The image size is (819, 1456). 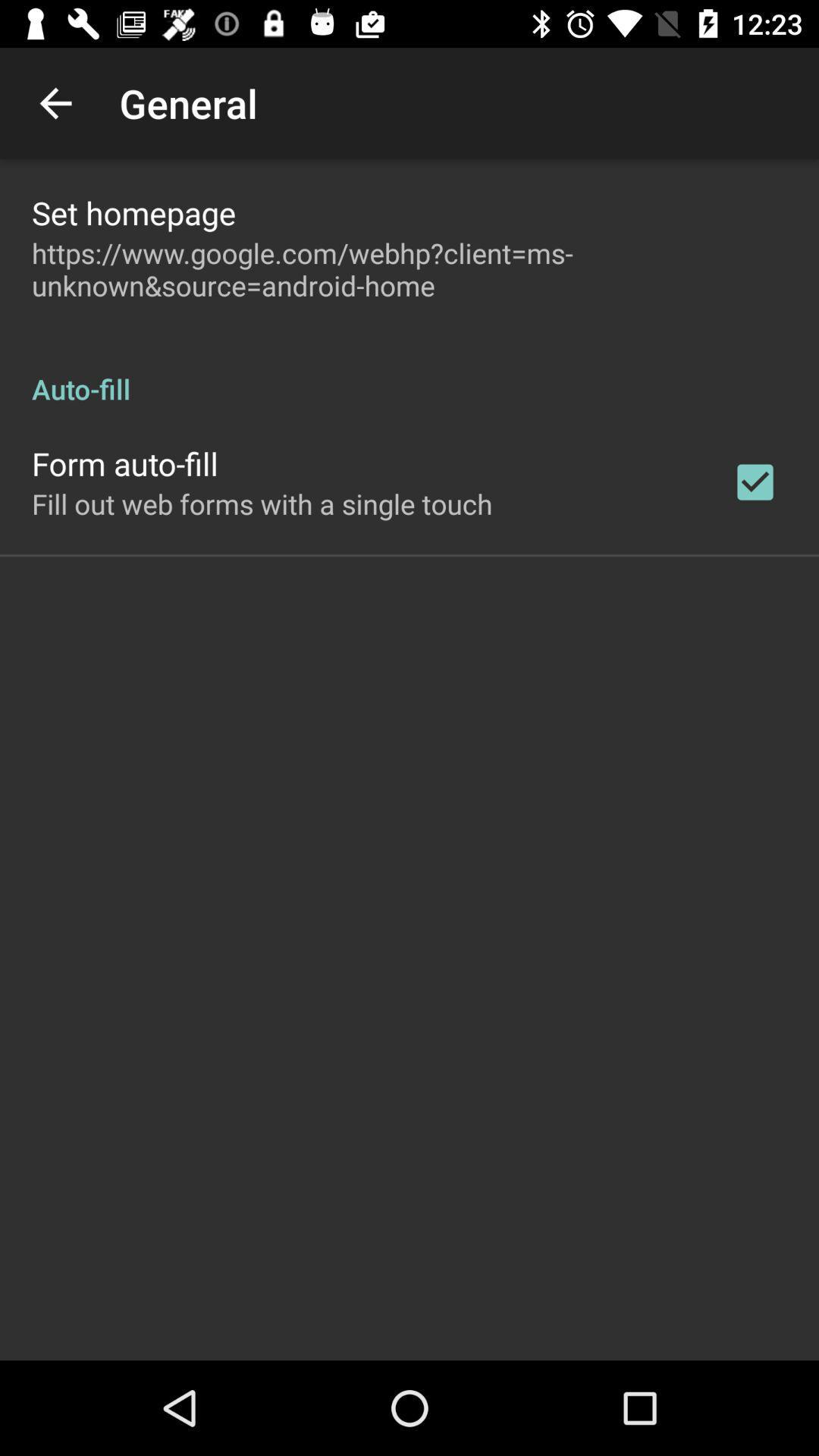 What do you see at coordinates (261, 504) in the screenshot?
I see `item below the form auto-fill app` at bounding box center [261, 504].